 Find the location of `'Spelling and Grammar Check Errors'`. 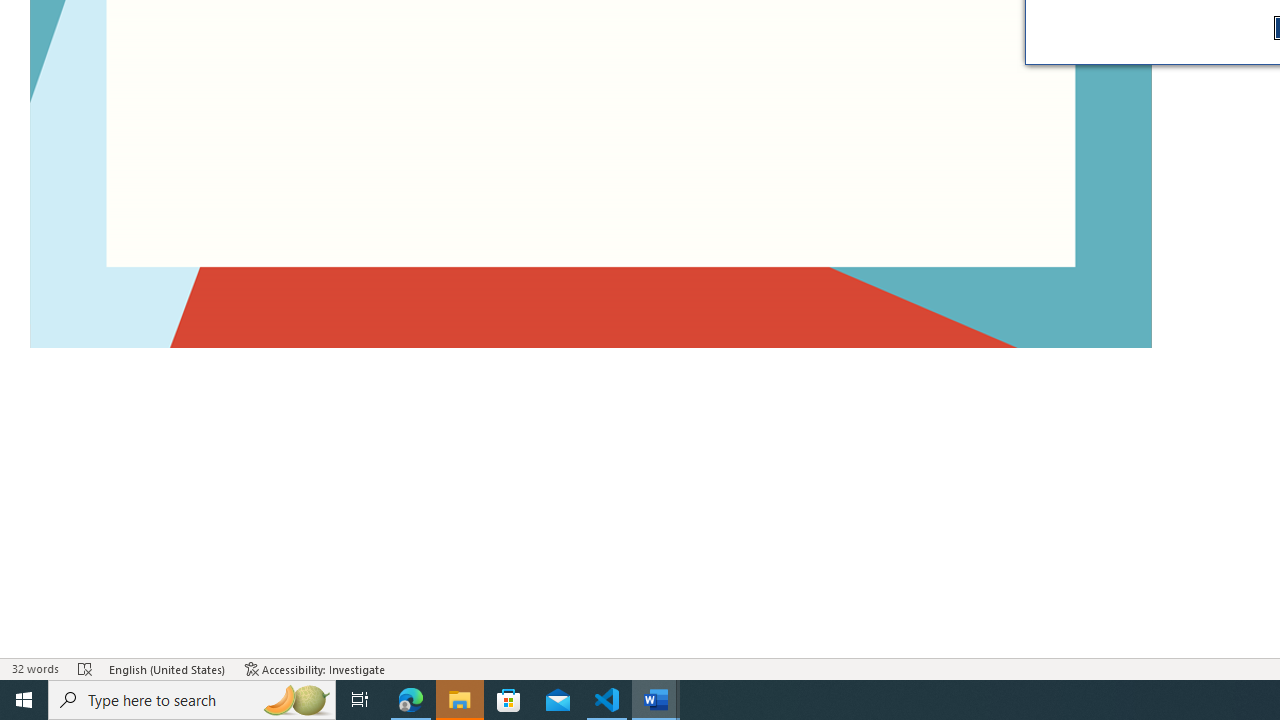

'Spelling and Grammar Check Errors' is located at coordinates (85, 669).